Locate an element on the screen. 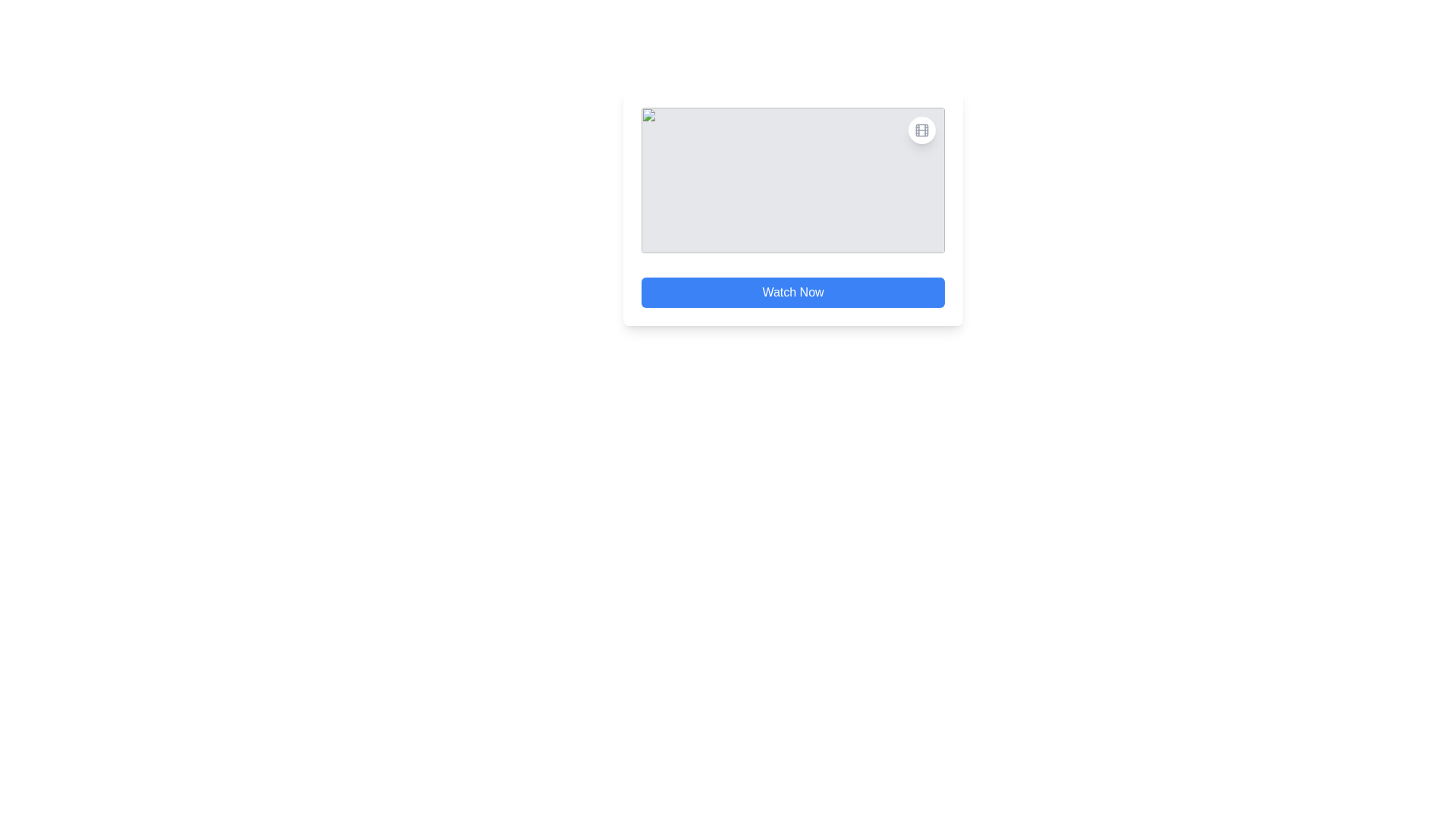  the 'Watch Now' button with a blue background and white text is located at coordinates (792, 292).